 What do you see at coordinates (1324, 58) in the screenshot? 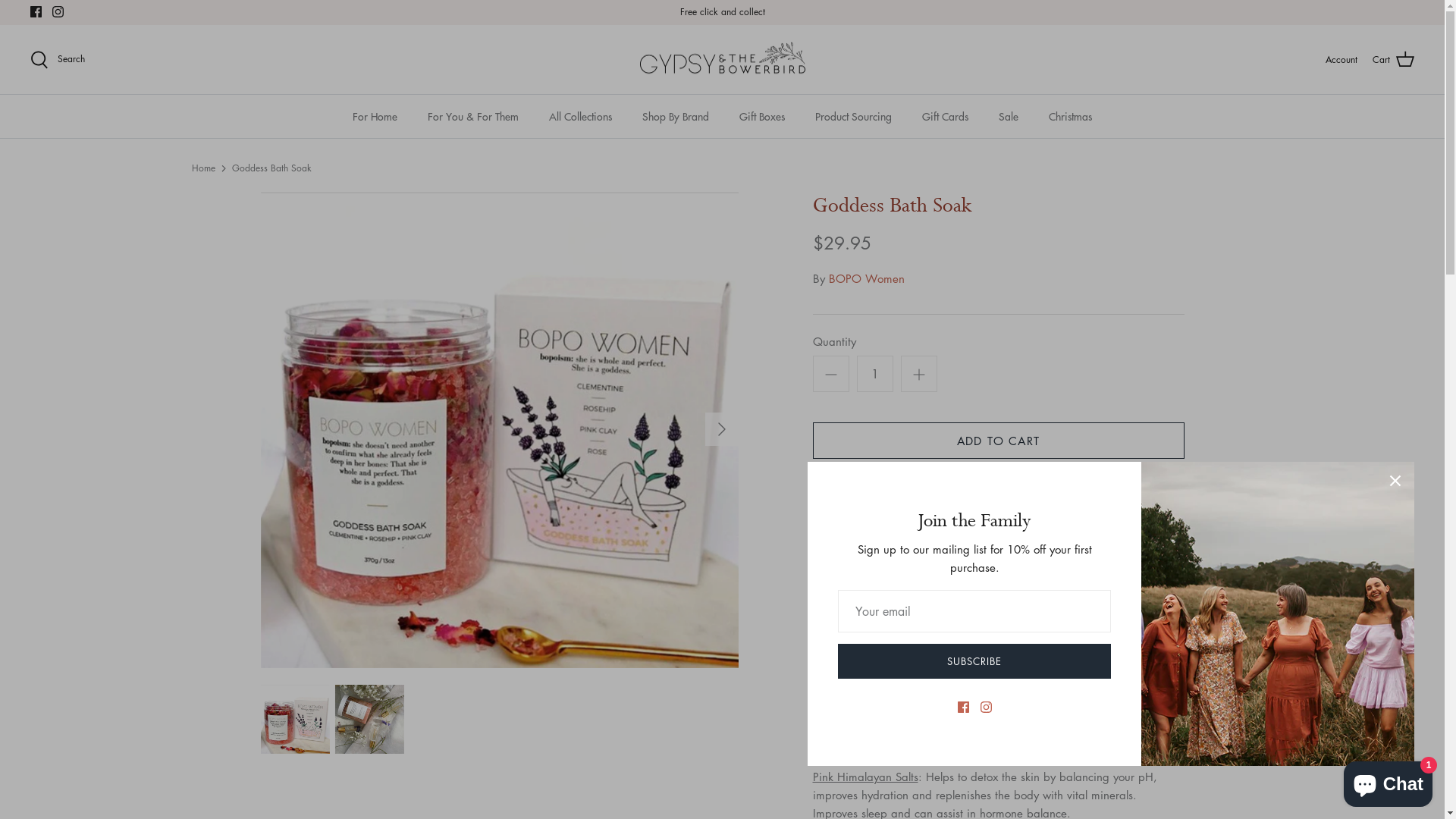
I see `'Account'` at bounding box center [1324, 58].